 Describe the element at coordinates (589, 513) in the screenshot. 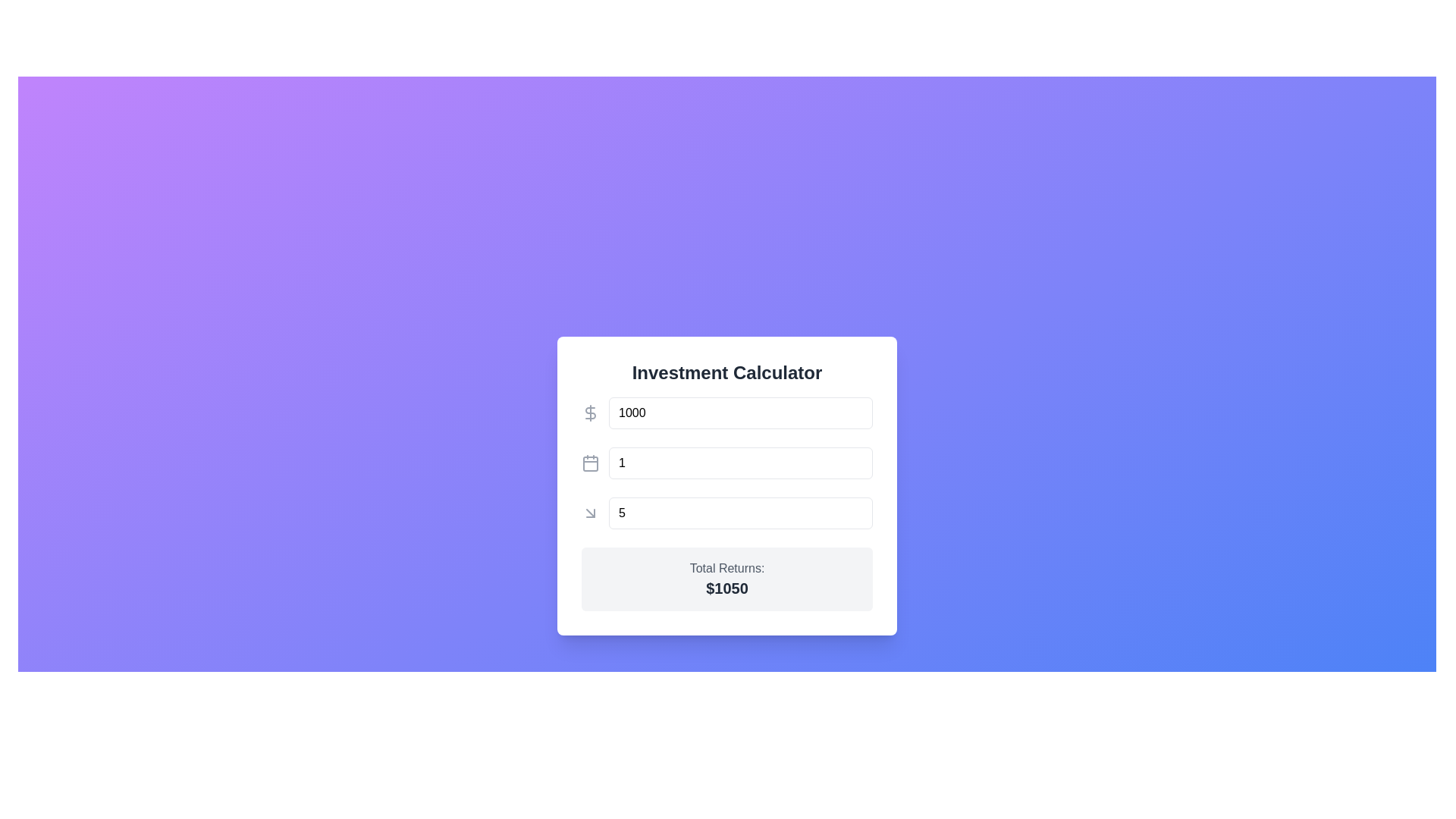

I see `the icon located next to the third data input field, which serves as a visual indicator for opening or expanding a dropdown menu` at that location.